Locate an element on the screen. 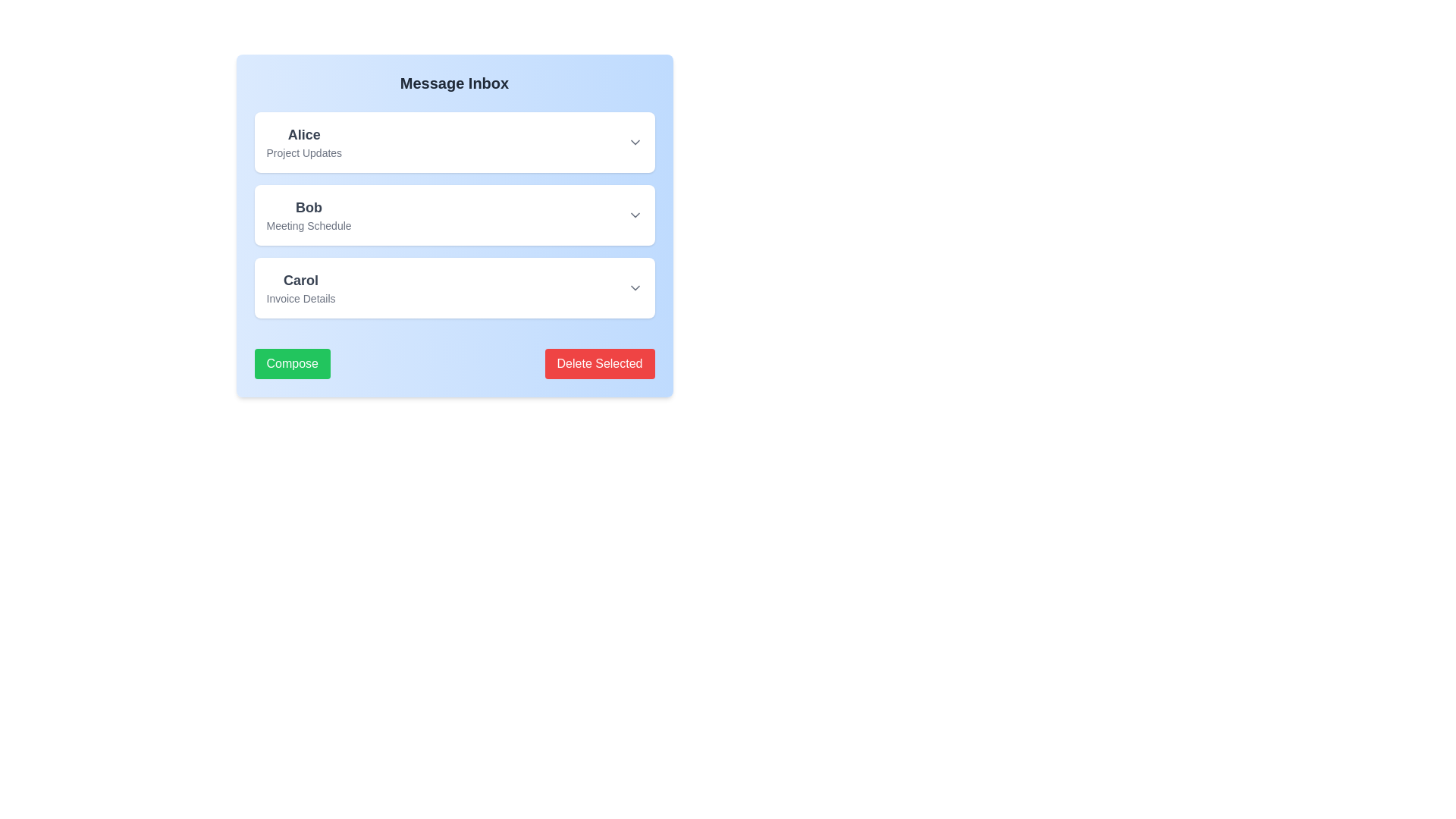 This screenshot has height=819, width=1456. the 'Compose' button is located at coordinates (292, 363).